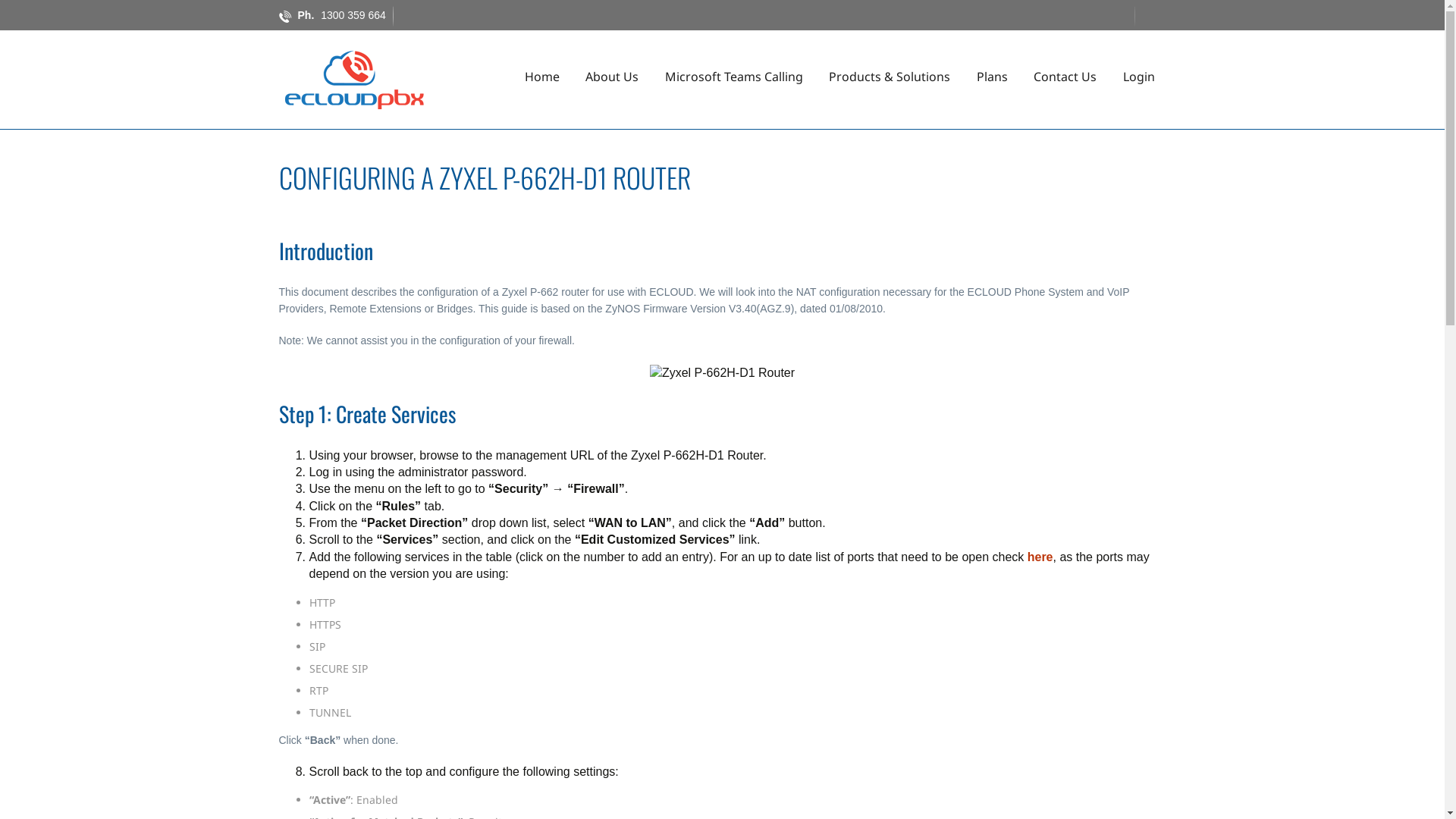 This screenshot has height=819, width=1456. Describe the element at coordinates (354, 78) in the screenshot. I see `'ECloud PBX'` at that location.